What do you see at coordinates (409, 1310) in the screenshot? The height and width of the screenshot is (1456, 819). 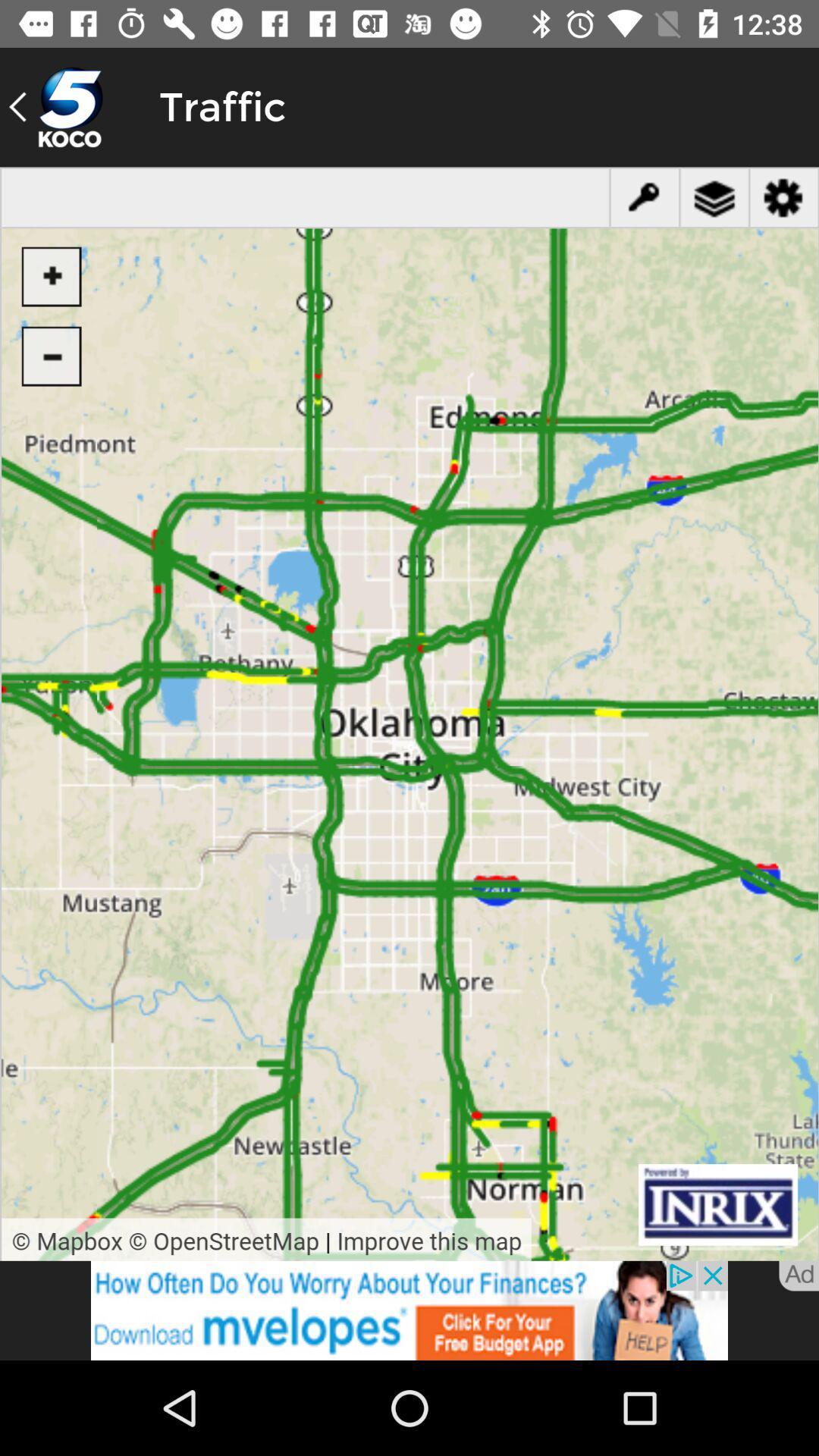 I see `open advertisement` at bounding box center [409, 1310].